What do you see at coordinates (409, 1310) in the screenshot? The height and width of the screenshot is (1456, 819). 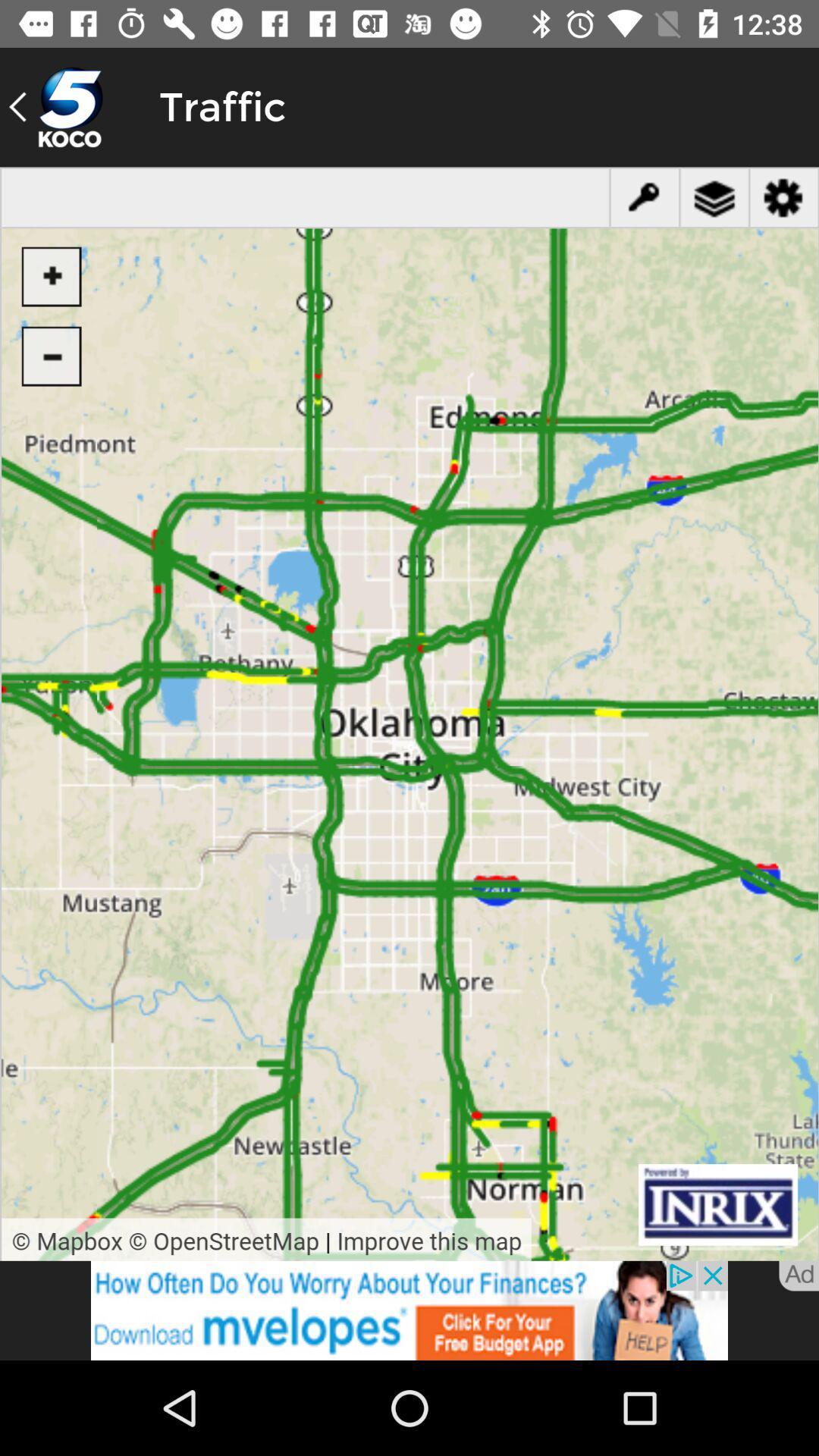 I see `open advertisement` at bounding box center [409, 1310].